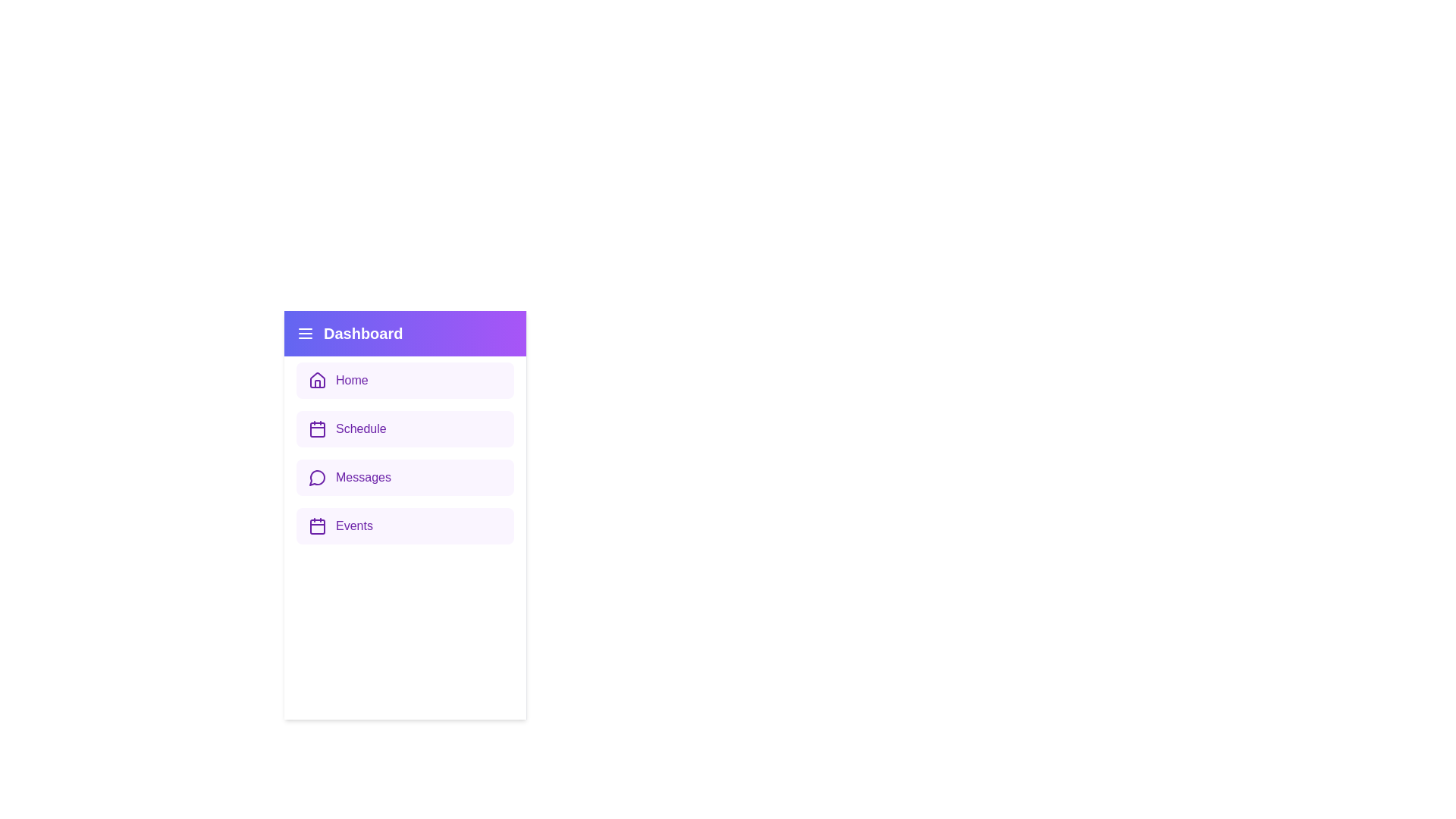  Describe the element at coordinates (405, 476) in the screenshot. I see `the menu item labeled Messages` at that location.